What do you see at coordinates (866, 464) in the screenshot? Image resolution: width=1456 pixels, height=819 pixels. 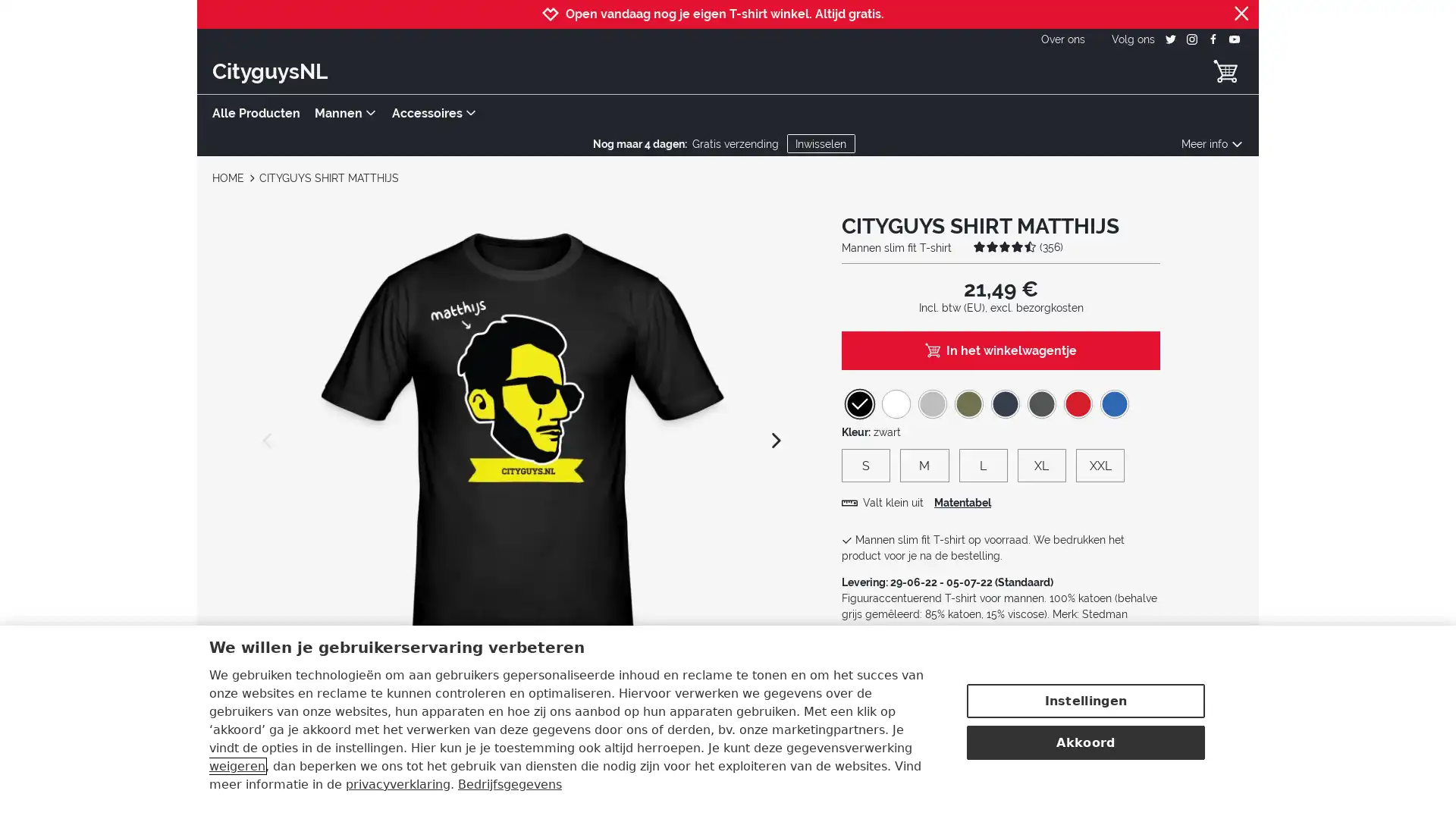 I see `S` at bounding box center [866, 464].